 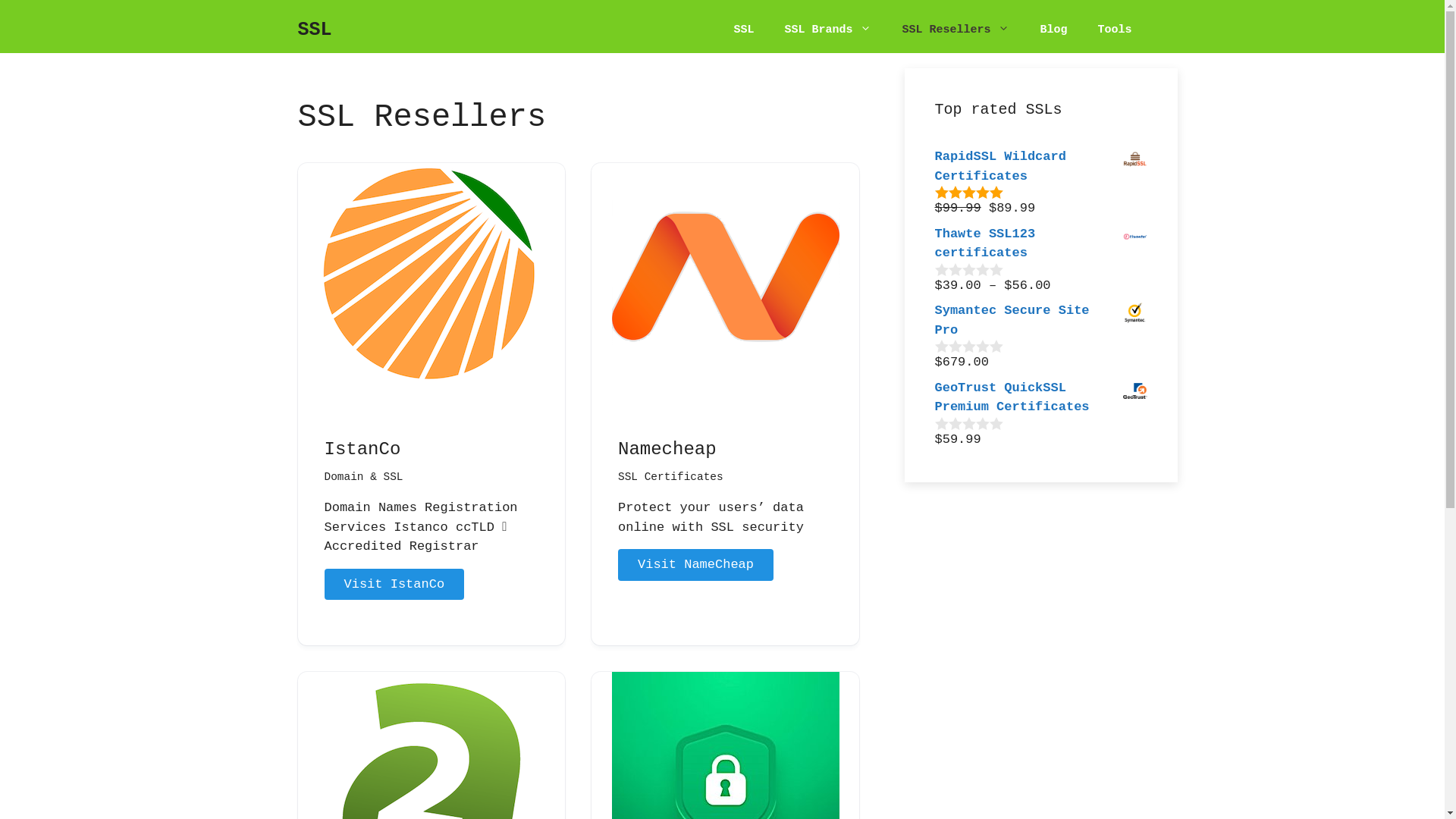 What do you see at coordinates (323, 584) in the screenshot?
I see `'Visit IstanCo'` at bounding box center [323, 584].